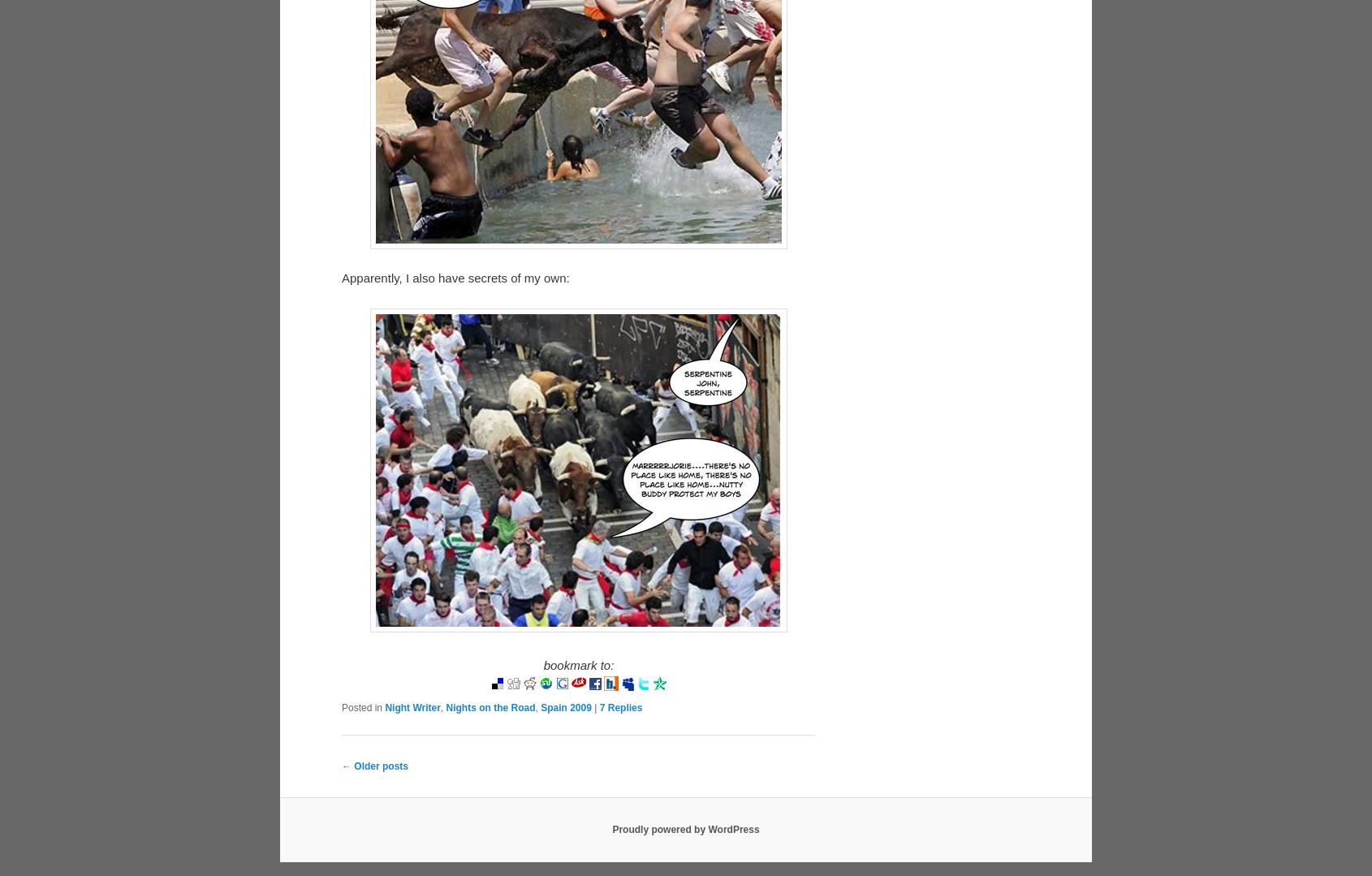 The image size is (1372, 876). I want to click on 'July 11, 2009', so click(416, 848).